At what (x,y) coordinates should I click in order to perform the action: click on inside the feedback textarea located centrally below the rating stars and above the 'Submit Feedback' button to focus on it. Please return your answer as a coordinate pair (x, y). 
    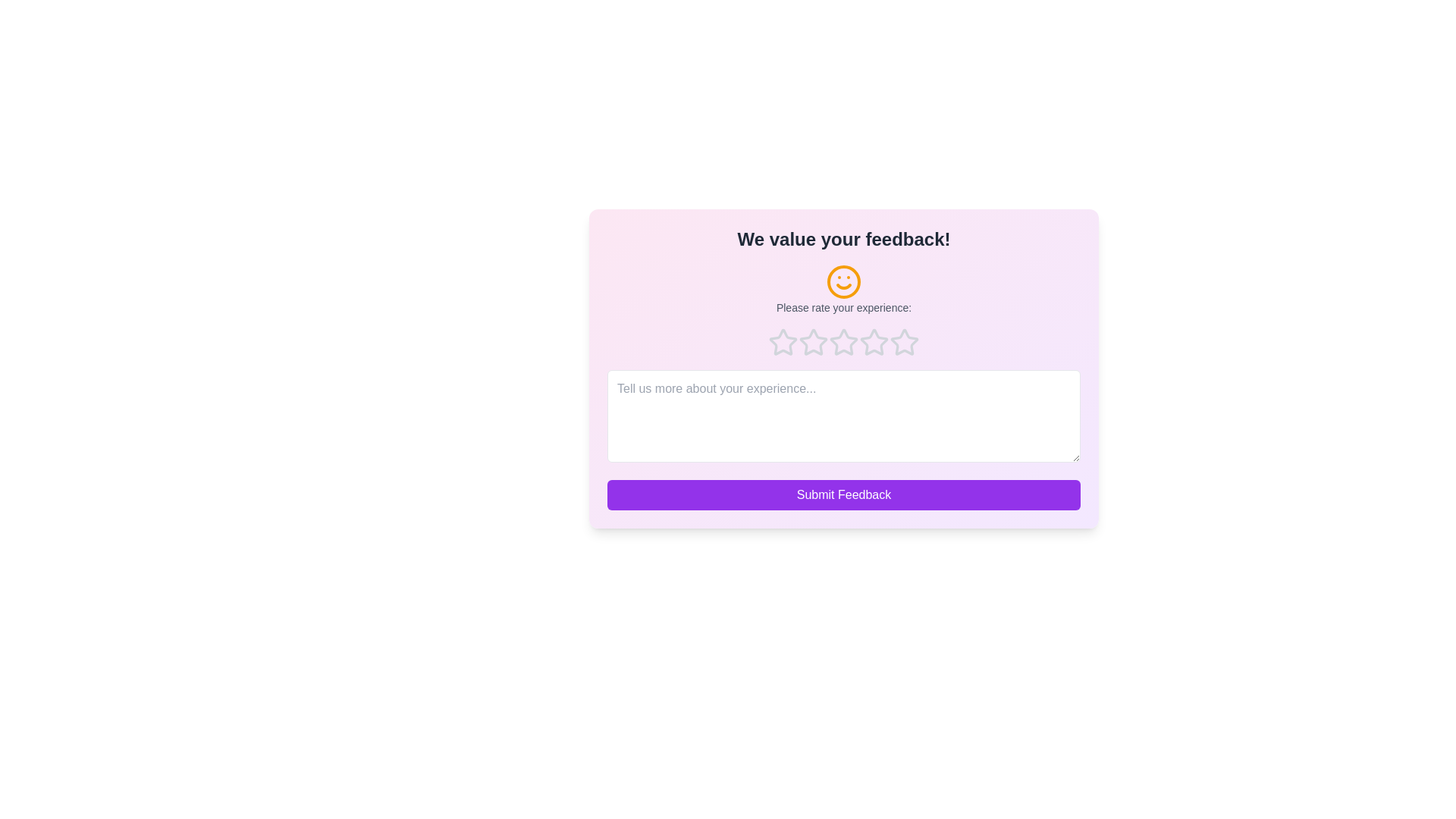
    Looking at the image, I should click on (843, 416).